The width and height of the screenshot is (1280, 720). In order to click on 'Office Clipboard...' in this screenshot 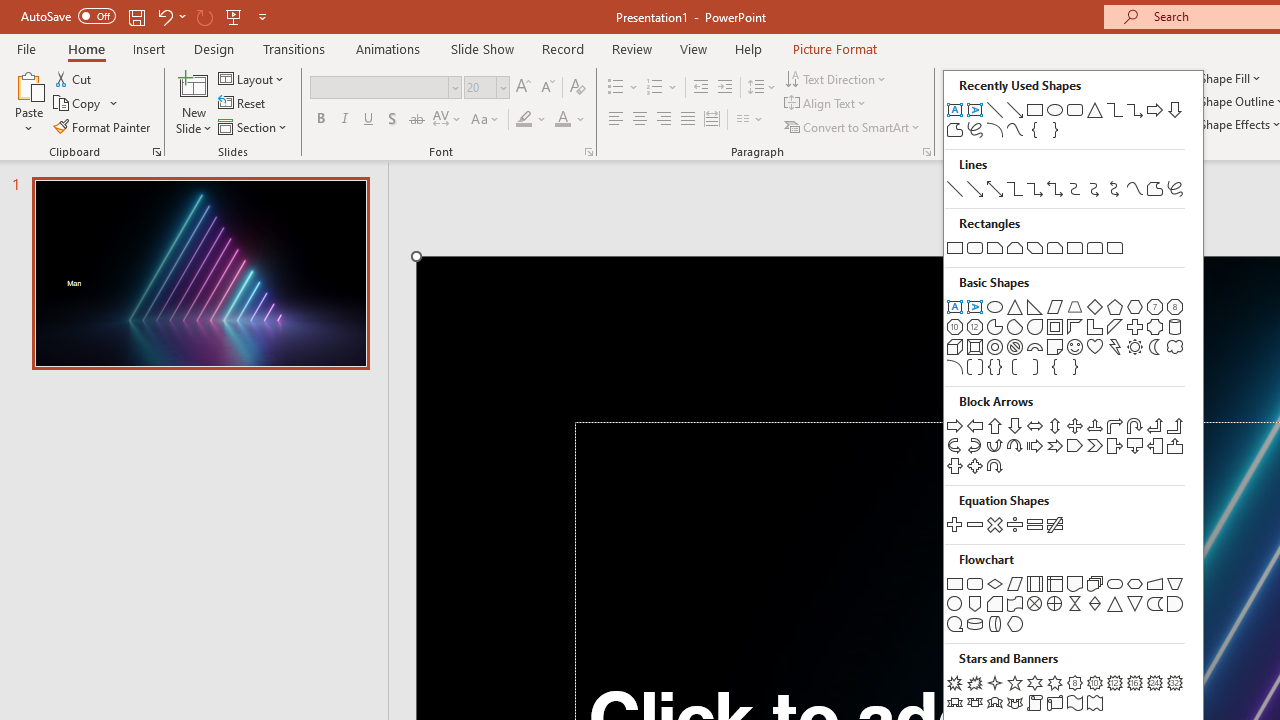, I will do `click(155, 150)`.